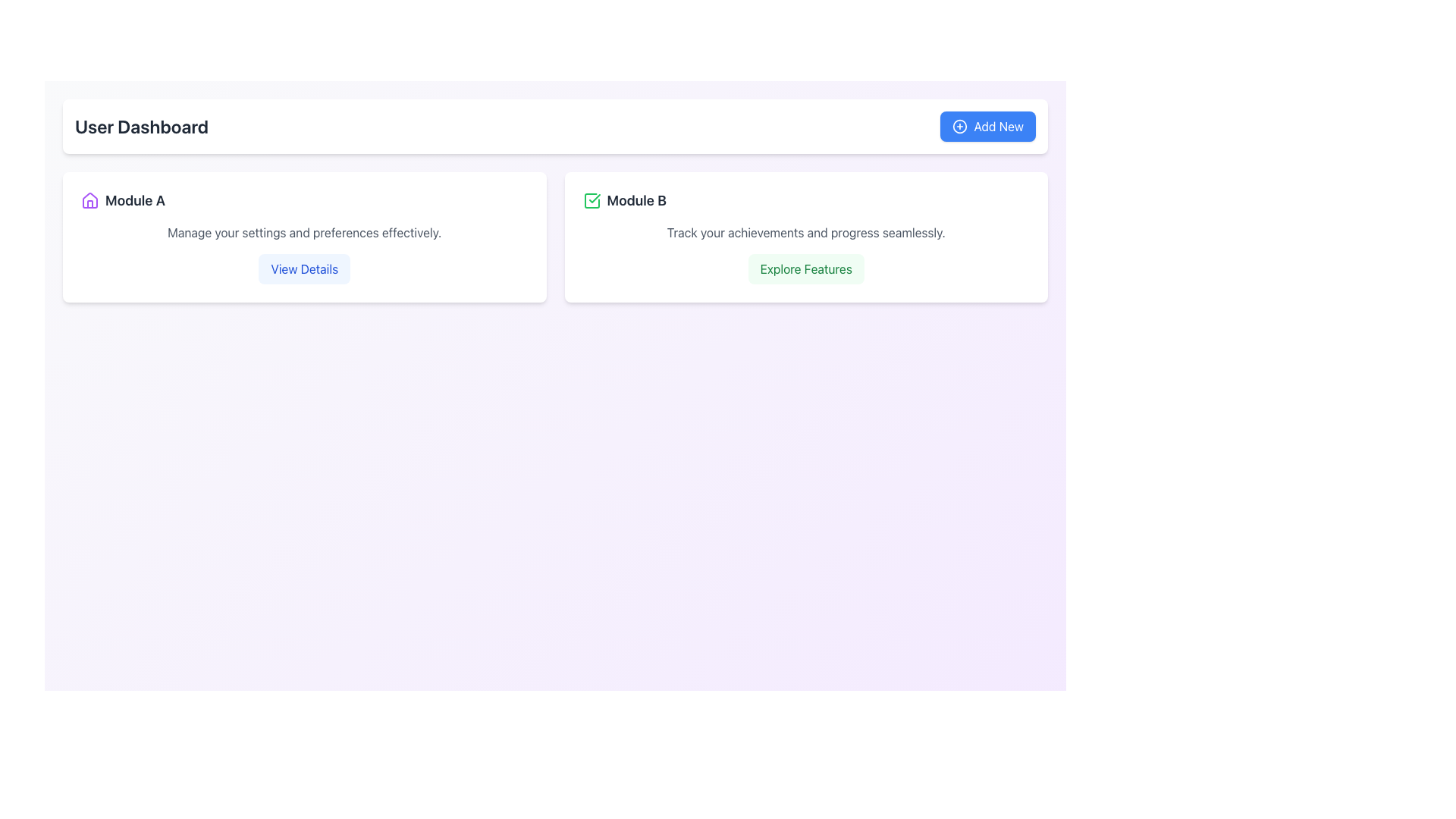 This screenshot has height=819, width=1456. Describe the element at coordinates (805, 233) in the screenshot. I see `the non-interactive descriptive text component located within the 'Module B' card in the user dashboard interface, which provides supporting information for the module title and call-to-action button` at that location.